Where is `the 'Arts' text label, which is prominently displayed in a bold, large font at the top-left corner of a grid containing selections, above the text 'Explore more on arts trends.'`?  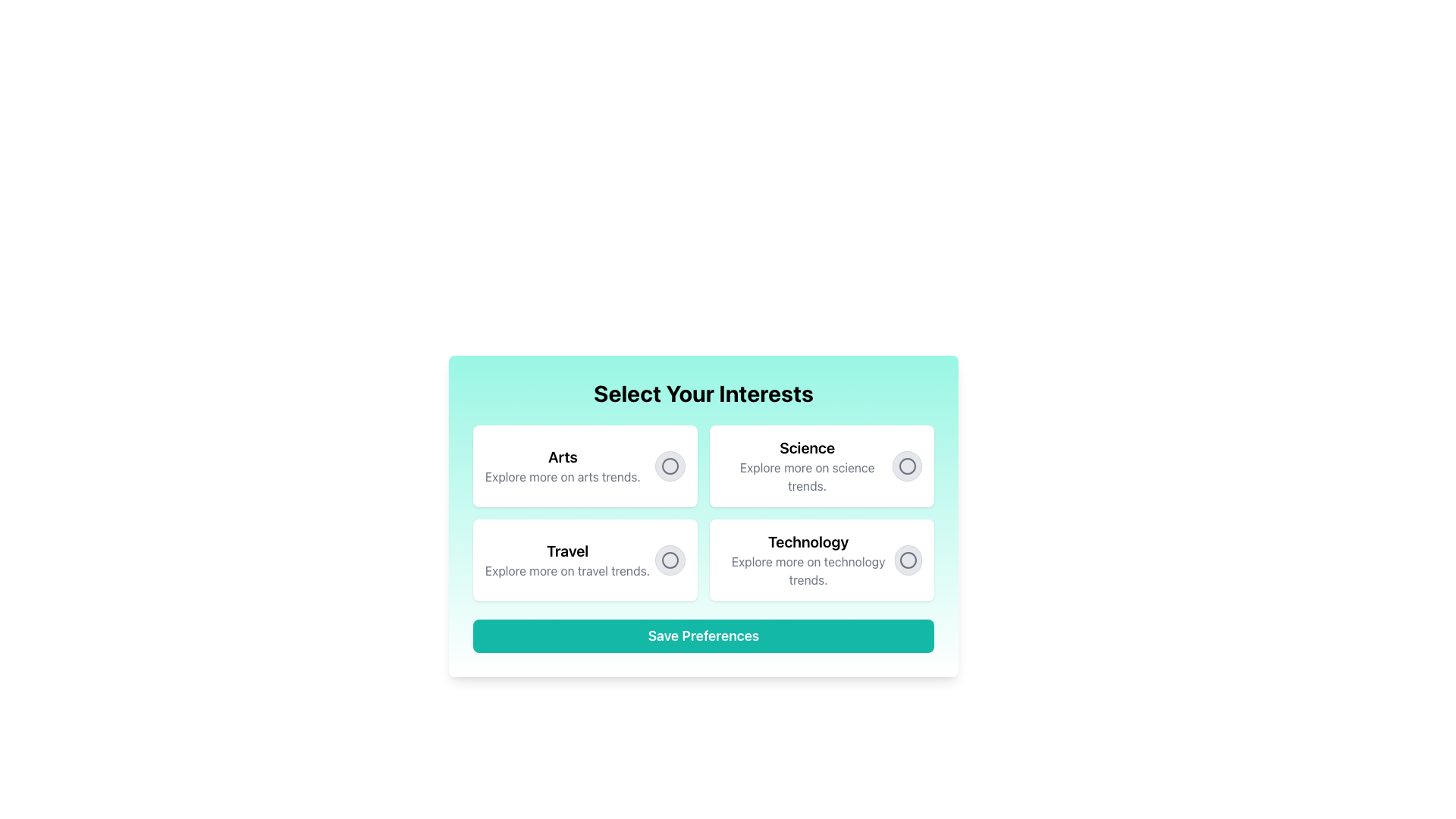 the 'Arts' text label, which is prominently displayed in a bold, large font at the top-left corner of a grid containing selections, above the text 'Explore more on arts trends.' is located at coordinates (562, 456).